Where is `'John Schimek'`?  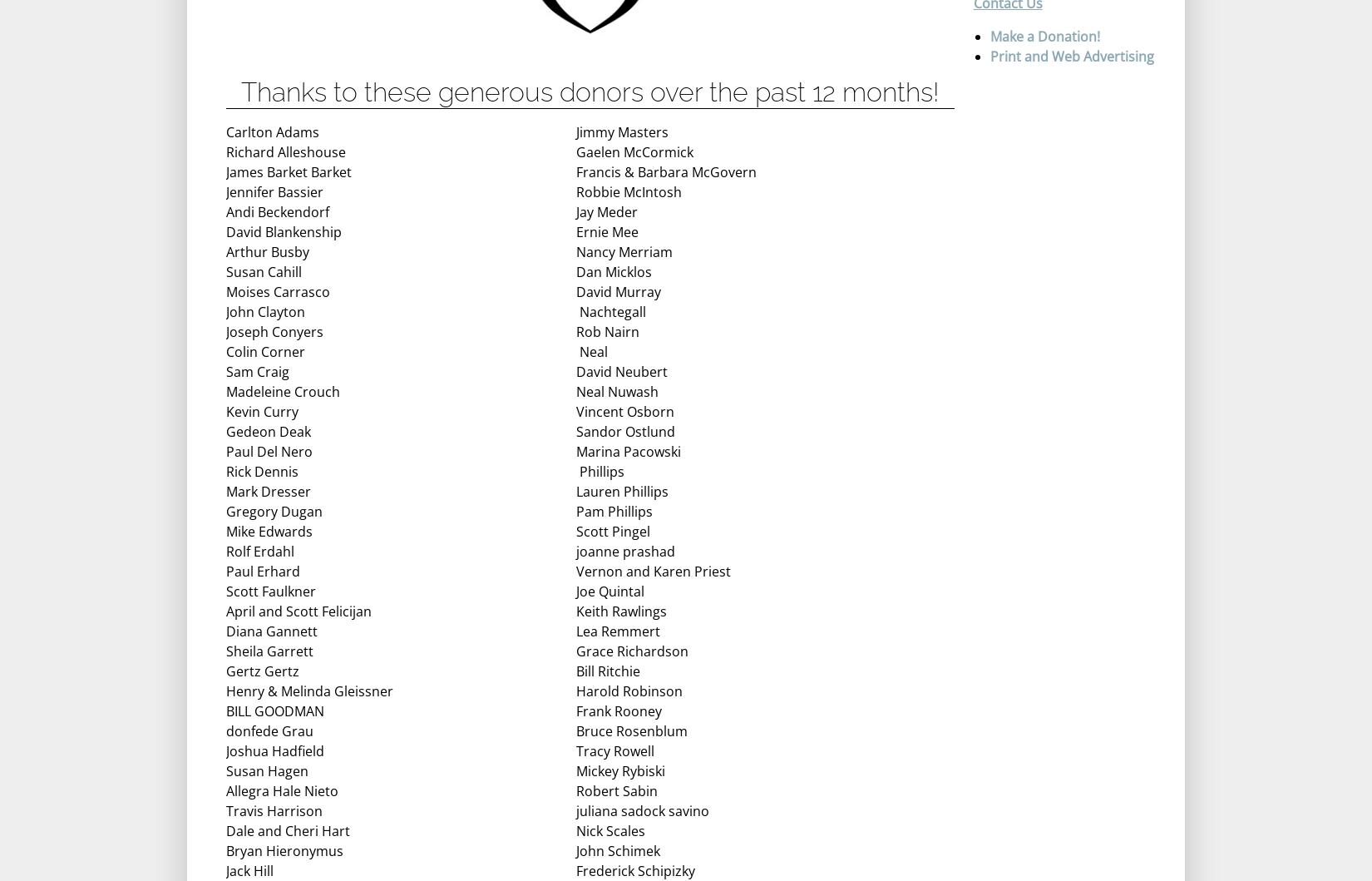 'John Schimek' is located at coordinates (617, 849).